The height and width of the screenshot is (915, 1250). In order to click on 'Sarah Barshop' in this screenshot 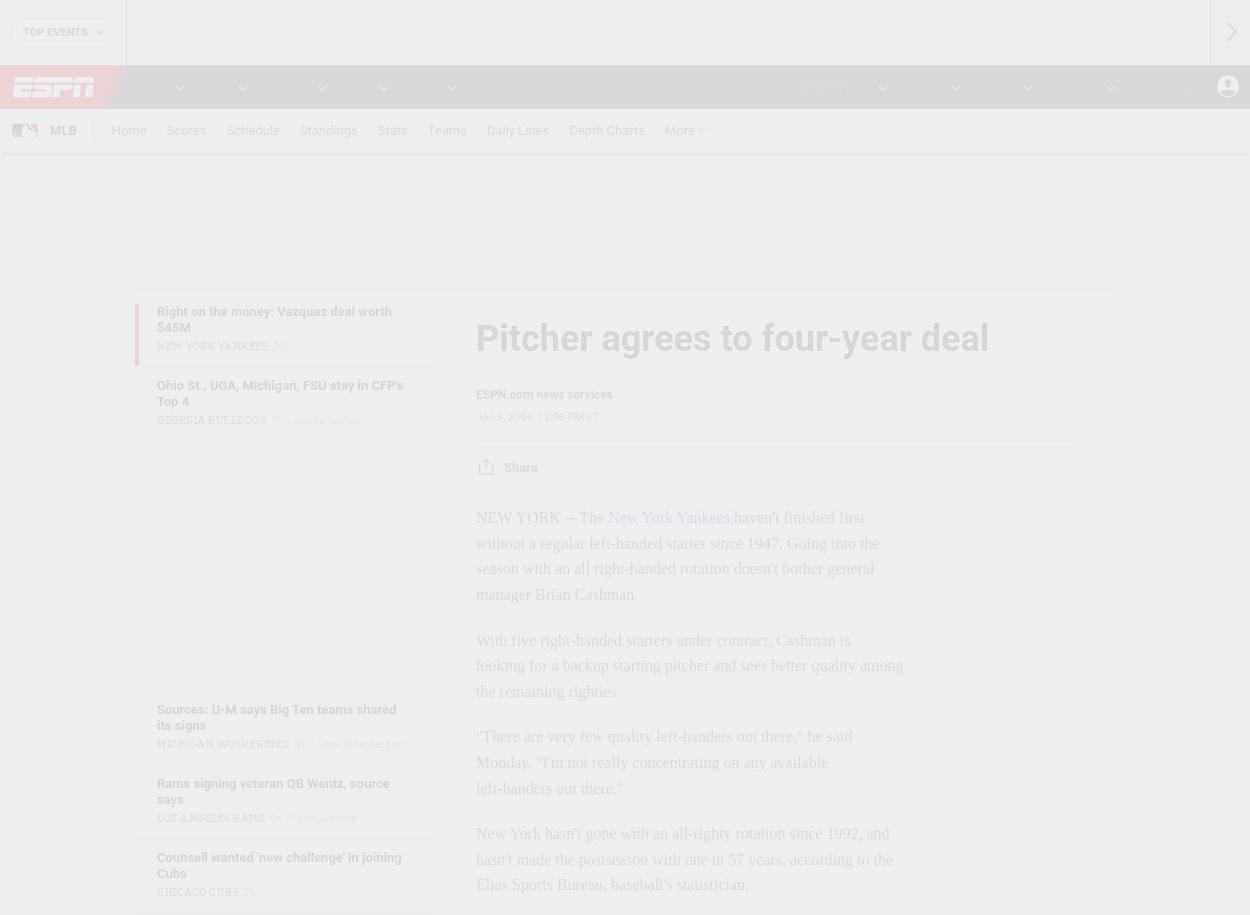, I will do `click(322, 818)`.